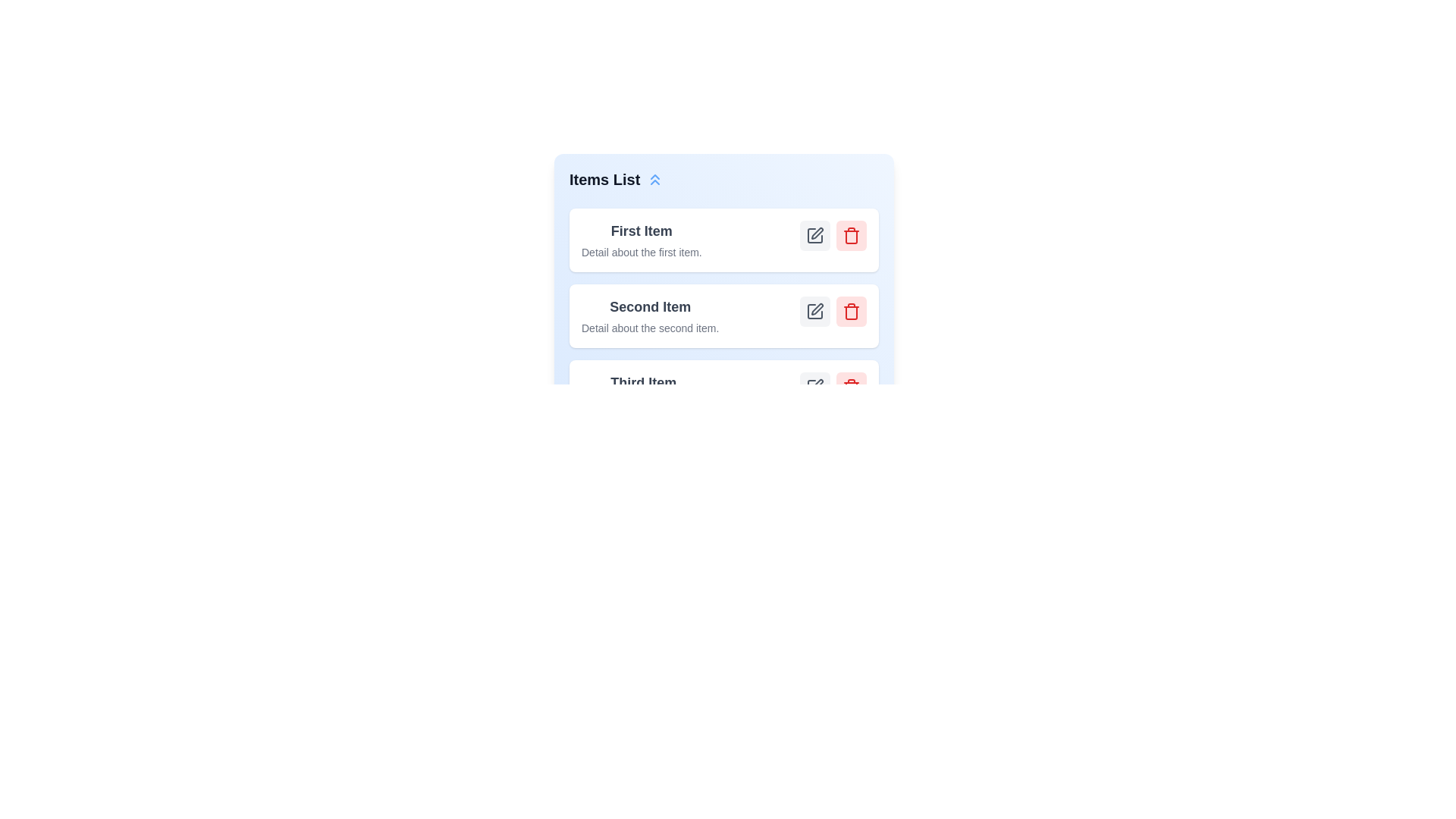 This screenshot has width=1456, height=819. I want to click on the description of the first item for better visibility, so click(642, 251).